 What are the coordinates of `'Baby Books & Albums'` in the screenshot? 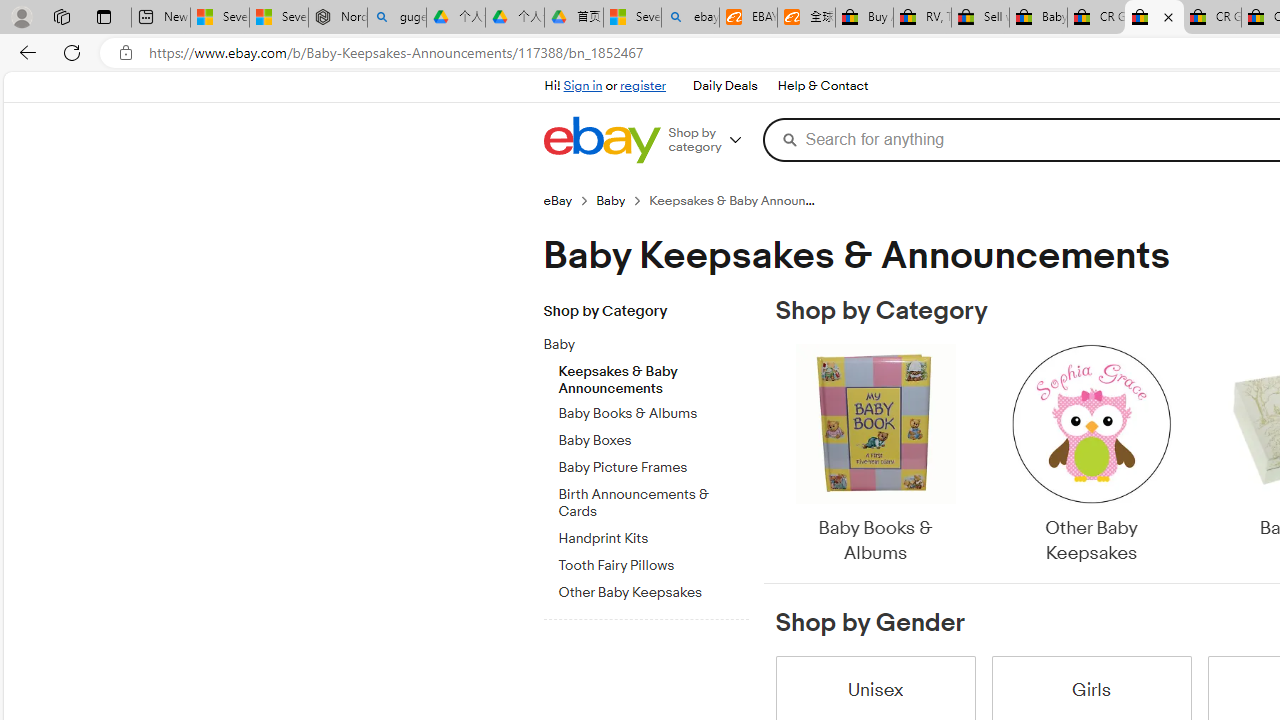 It's located at (874, 455).